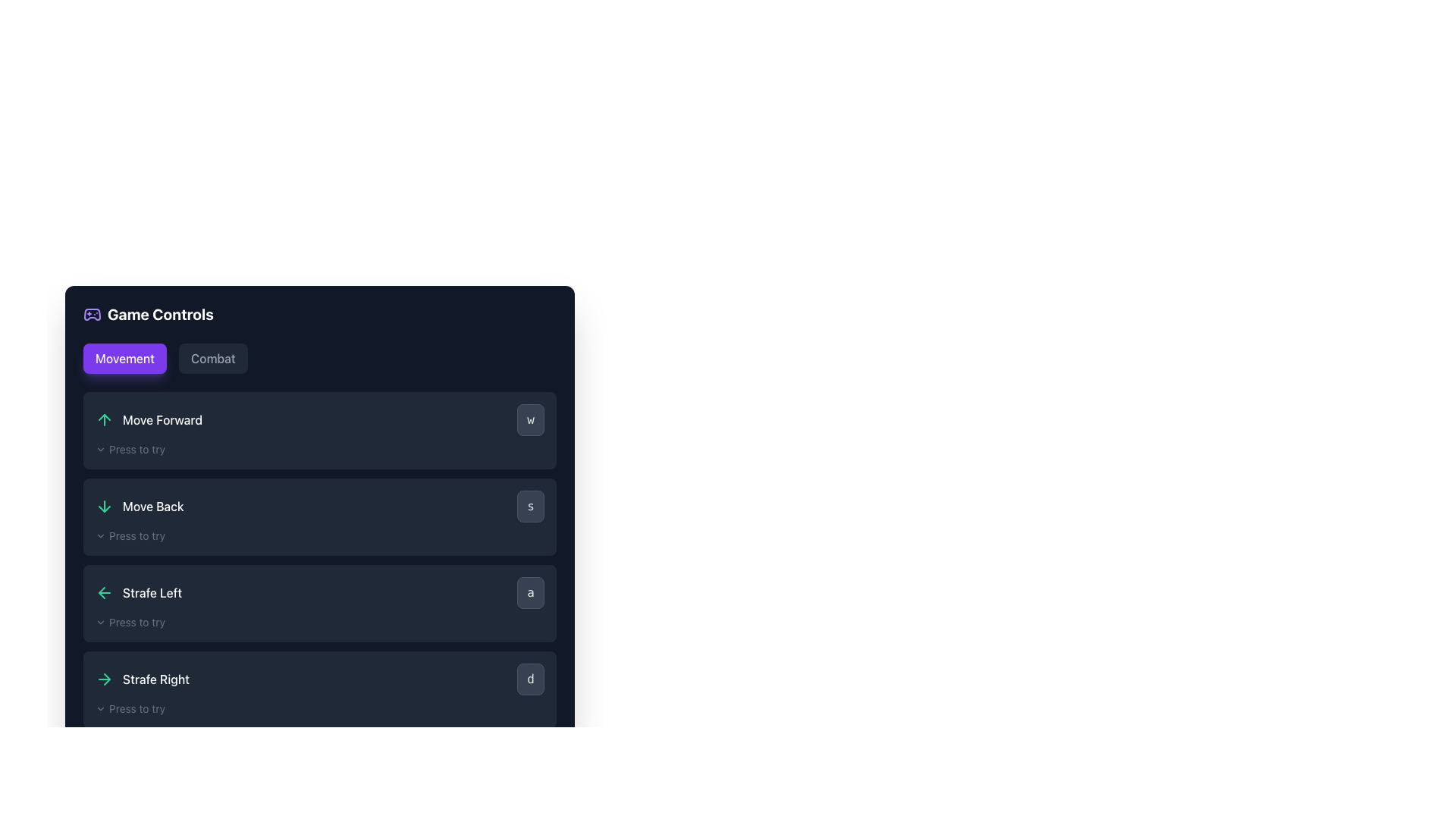  What do you see at coordinates (531, 678) in the screenshot?
I see `the Keybinding Label displaying 'd' for the 'Strafe Right' action` at bounding box center [531, 678].